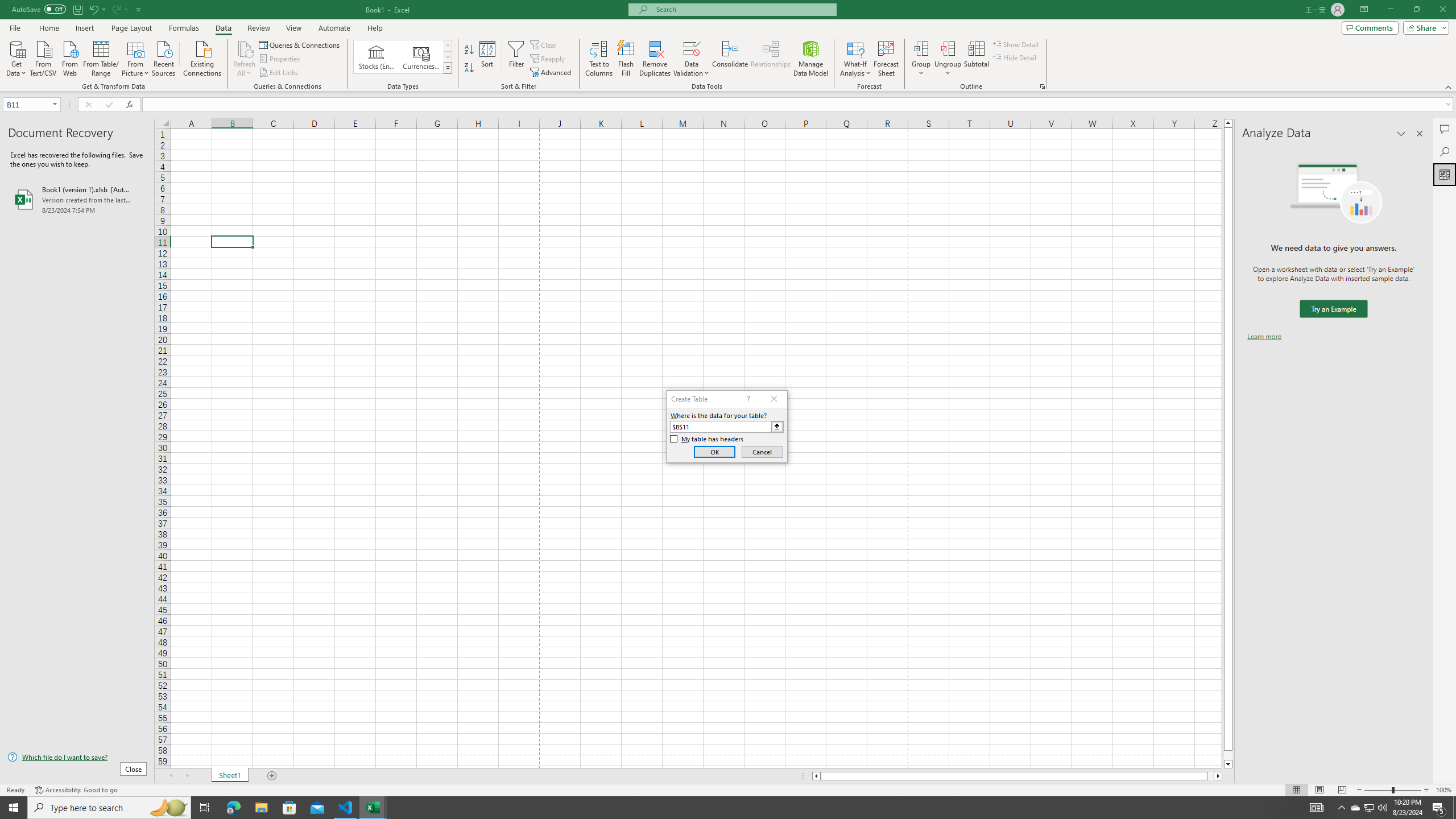 The width and height of the screenshot is (1456, 819). I want to click on 'Data Validation...', so click(691, 48).